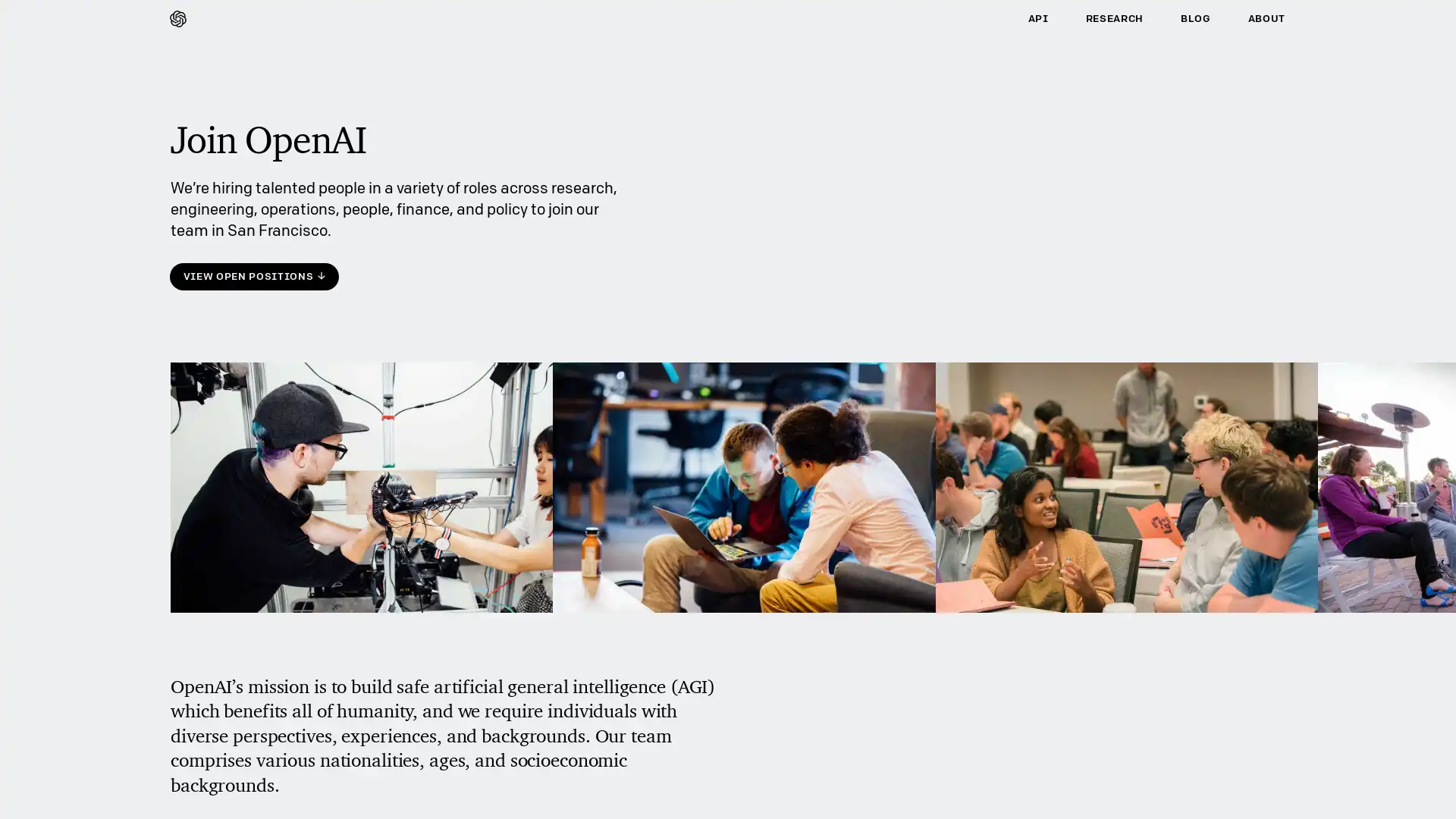  I want to click on Previous, so click(188, 514).